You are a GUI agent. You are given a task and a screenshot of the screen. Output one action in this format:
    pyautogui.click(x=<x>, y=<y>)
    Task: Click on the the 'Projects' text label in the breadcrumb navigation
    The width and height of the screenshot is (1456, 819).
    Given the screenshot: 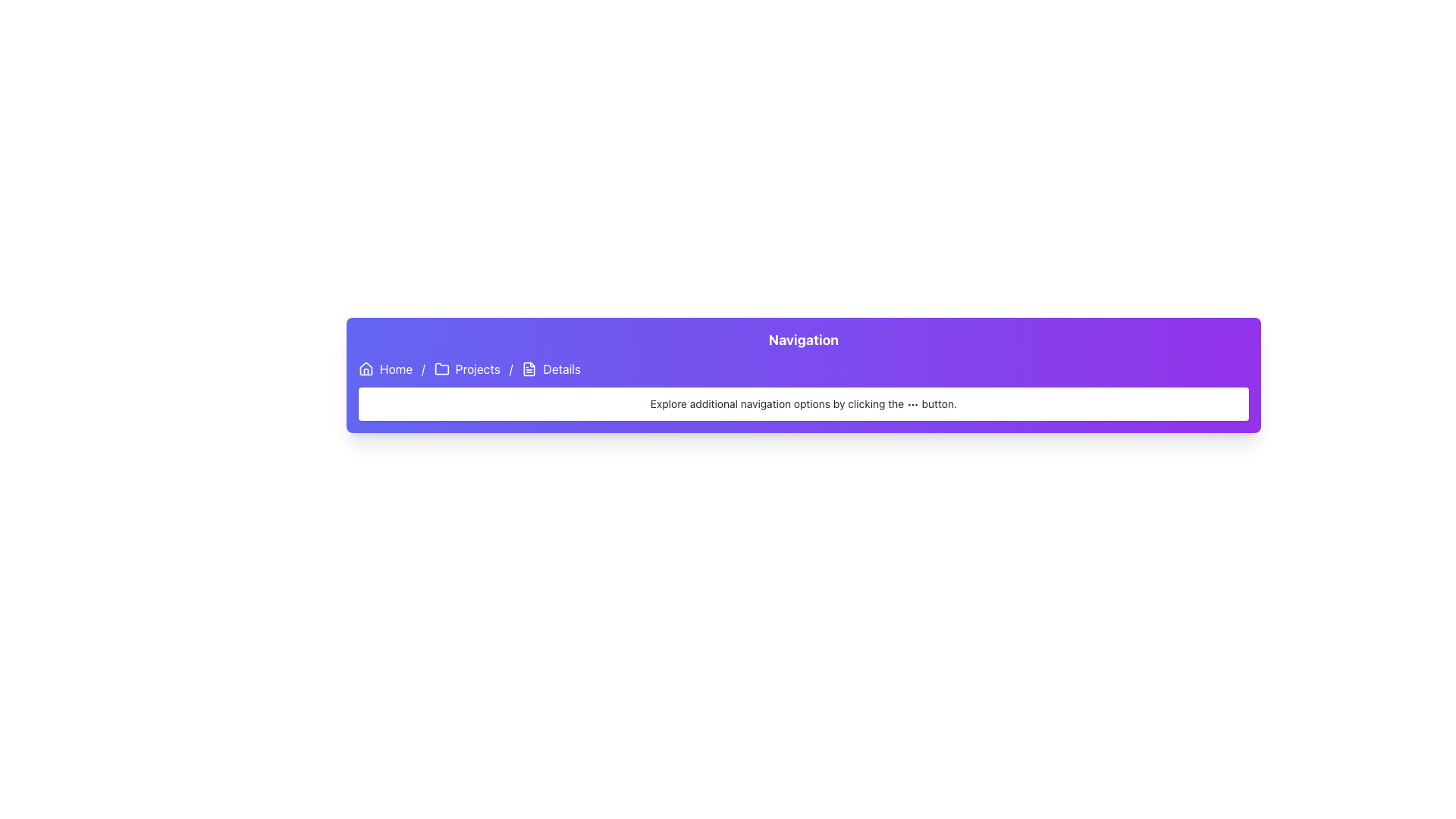 What is the action you would take?
    pyautogui.click(x=477, y=369)
    